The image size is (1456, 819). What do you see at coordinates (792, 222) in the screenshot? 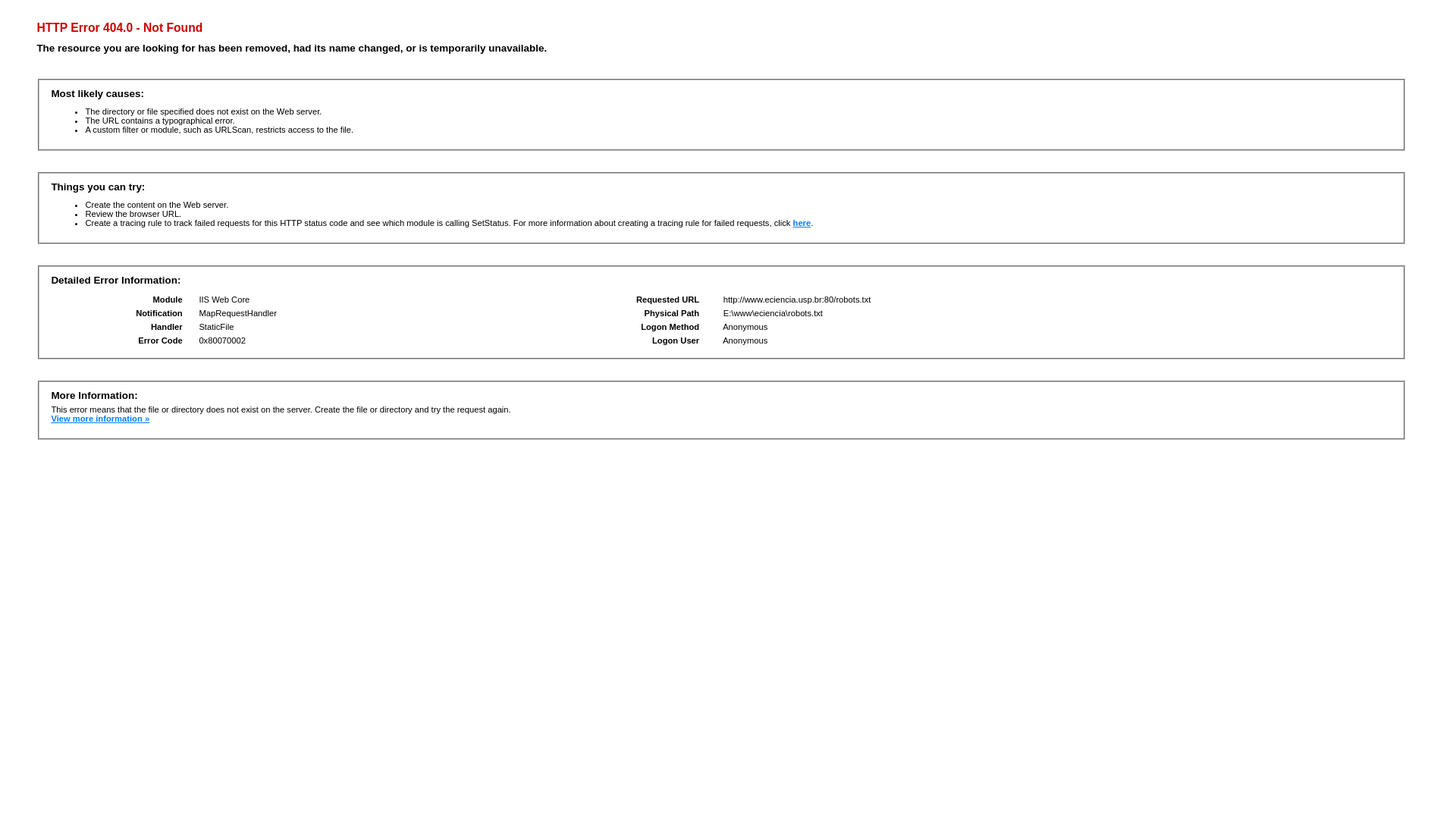
I see `'here'` at bounding box center [792, 222].